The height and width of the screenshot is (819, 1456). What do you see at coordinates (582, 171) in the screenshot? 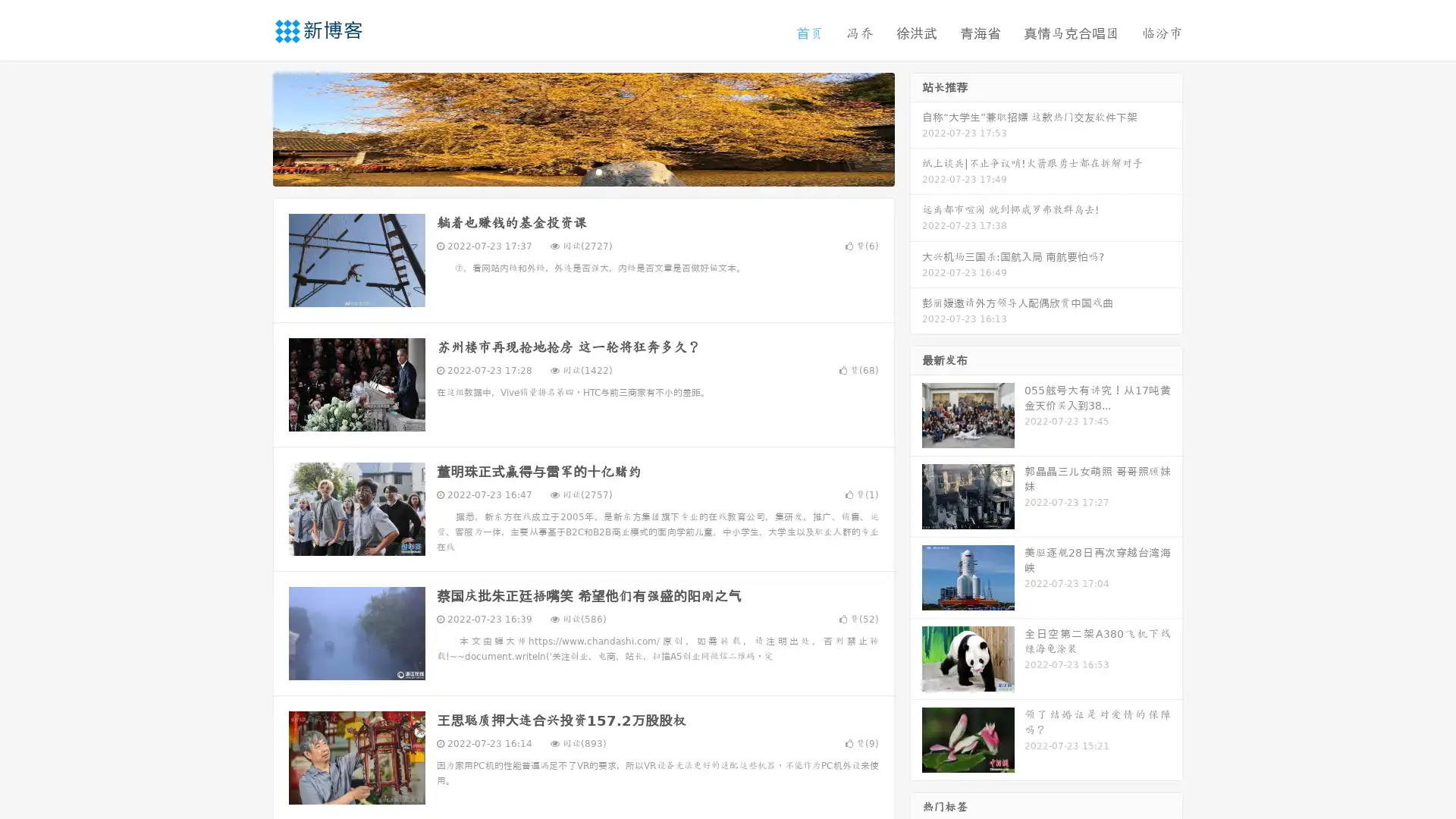
I see `Go to slide 2` at bounding box center [582, 171].